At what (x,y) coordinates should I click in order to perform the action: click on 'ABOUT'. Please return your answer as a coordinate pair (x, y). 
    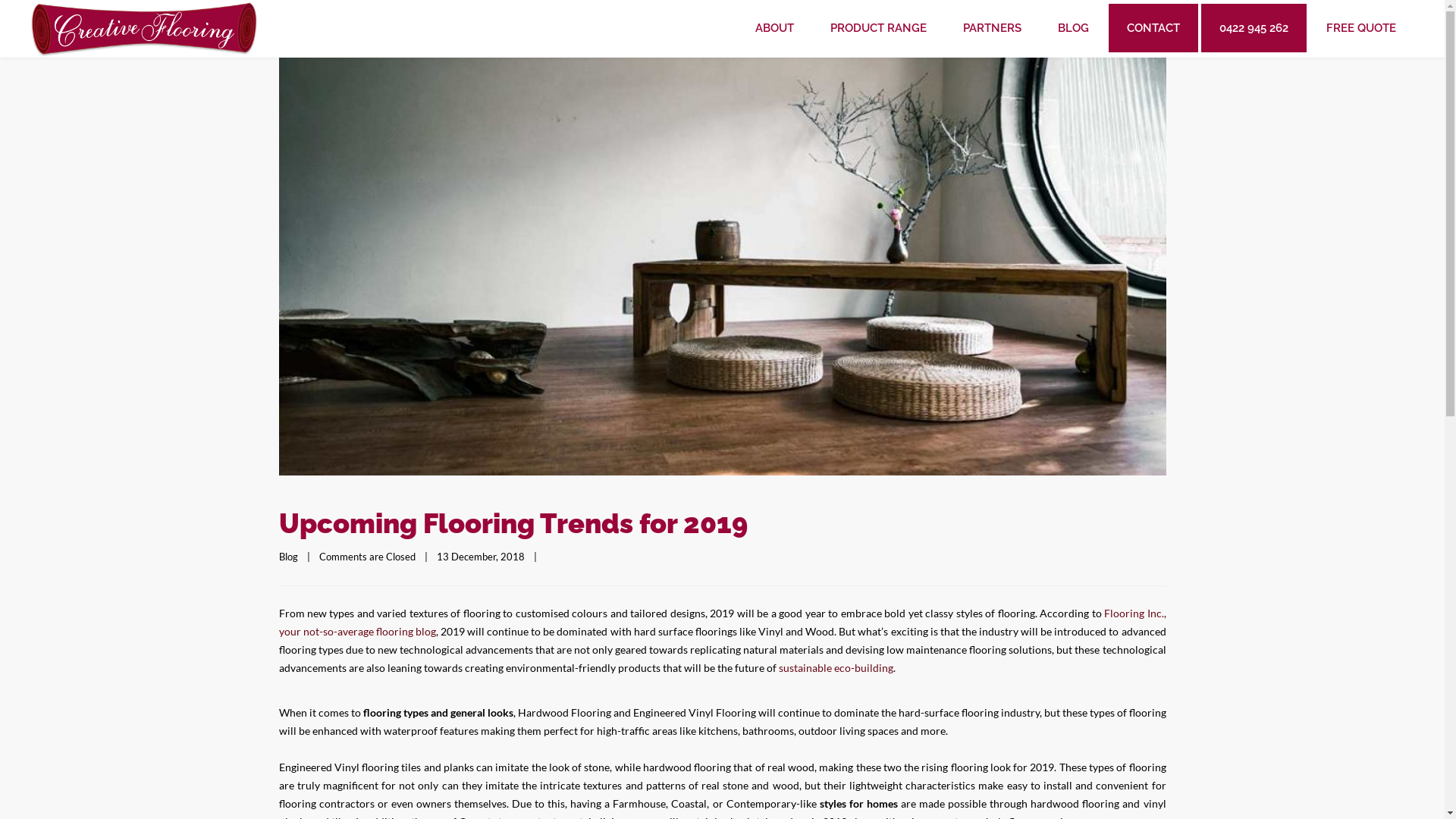
    Looking at the image, I should click on (774, 28).